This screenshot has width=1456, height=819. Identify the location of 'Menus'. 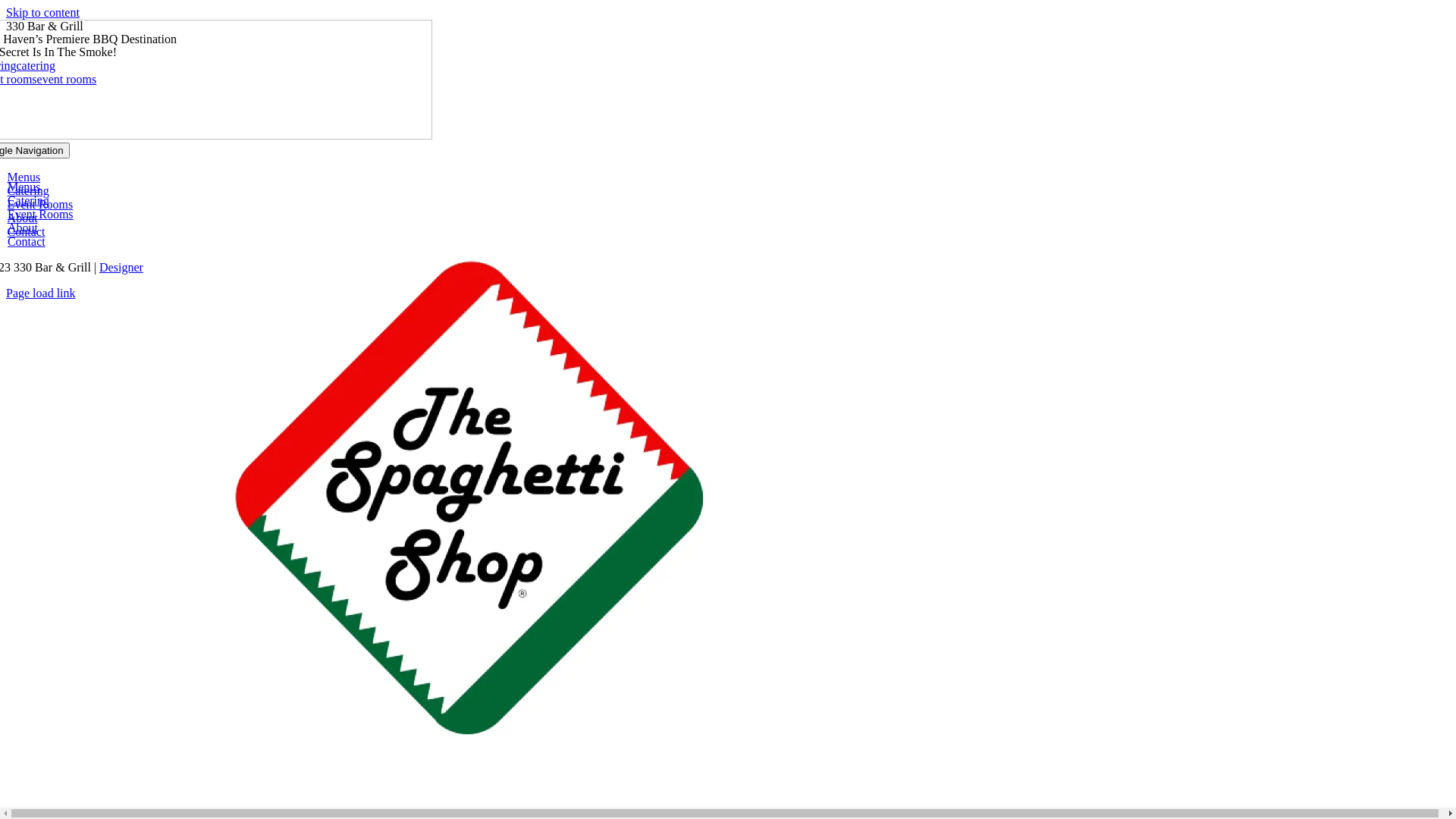
(24, 186).